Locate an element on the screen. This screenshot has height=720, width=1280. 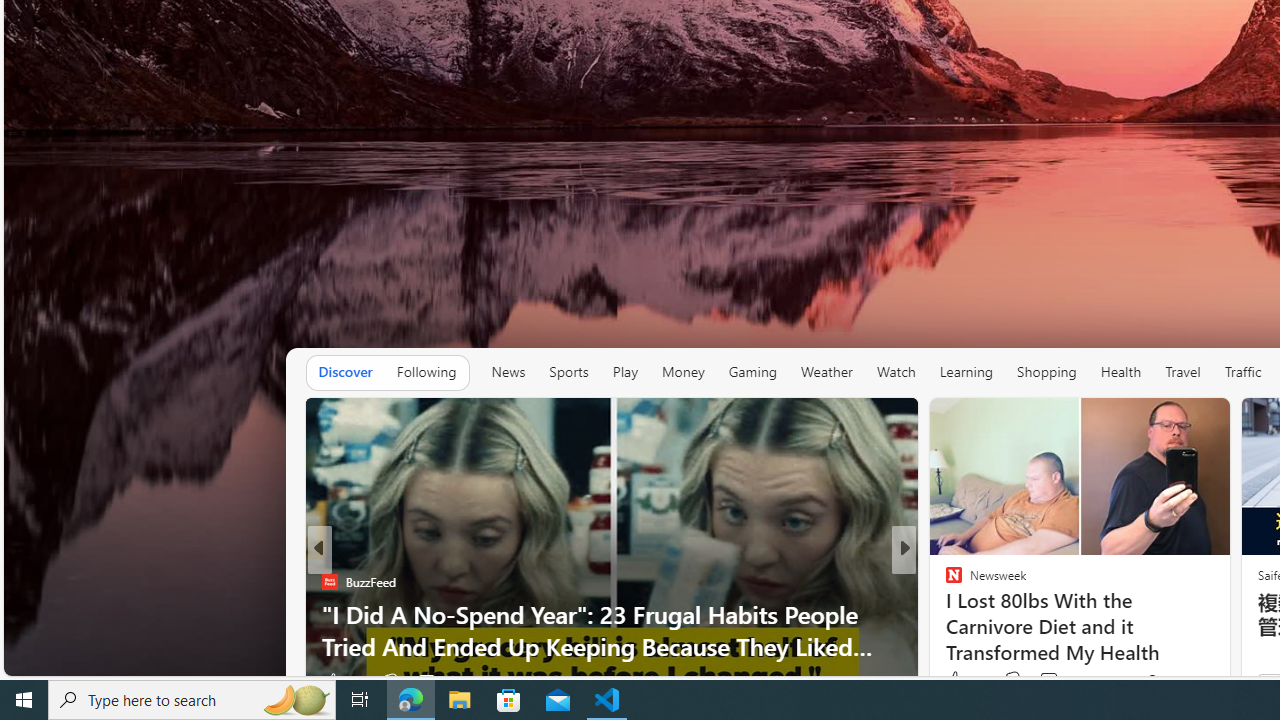
'21 Like' is located at coordinates (955, 680).